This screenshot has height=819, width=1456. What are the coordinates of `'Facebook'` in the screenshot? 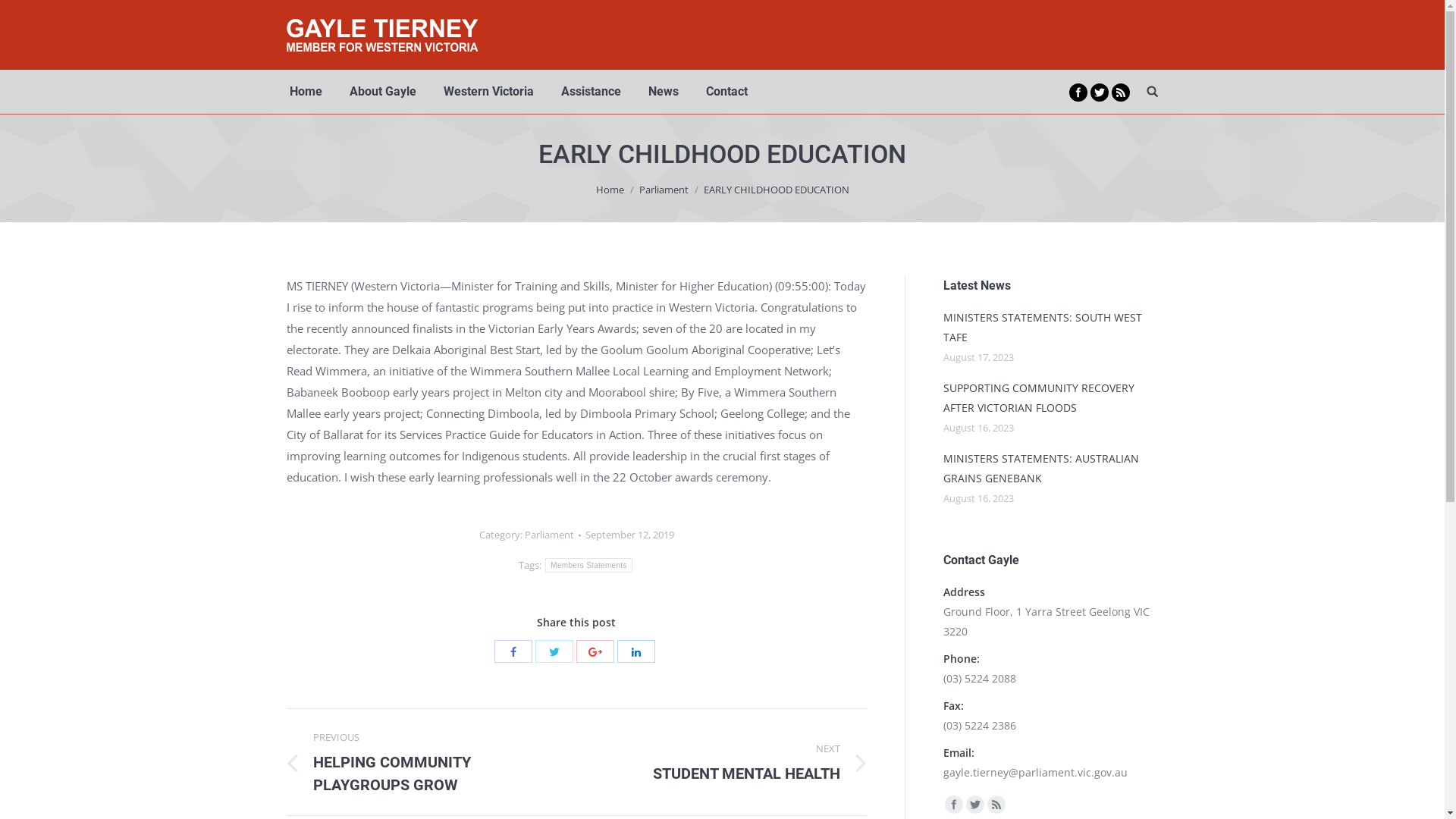 It's located at (1077, 93).